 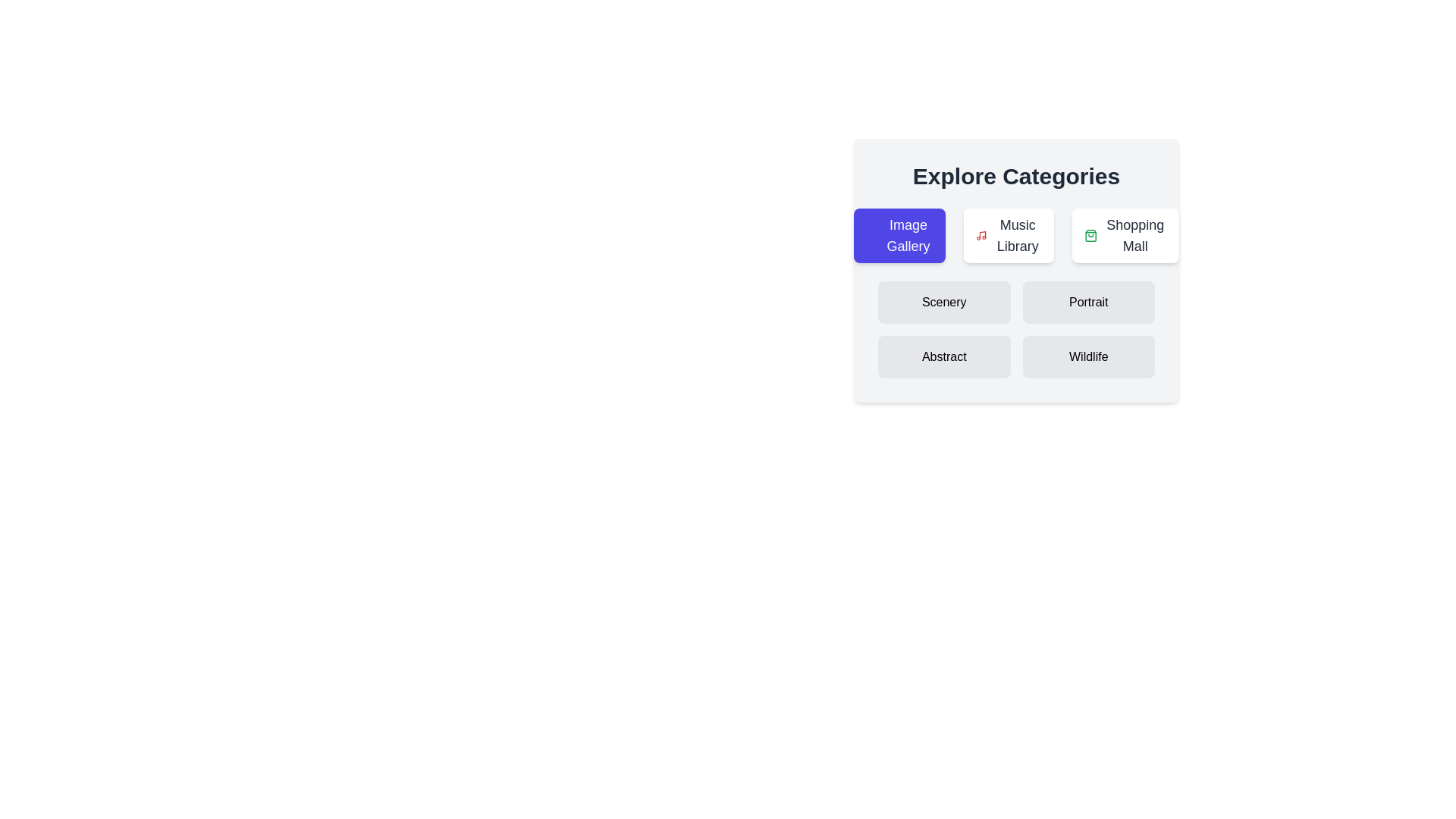 What do you see at coordinates (943, 356) in the screenshot?
I see `the selectable button in the 'Explore Categories' section, located in the lower row of a two-by-two grid layout, first column, directly below the 'Scenery' button` at bounding box center [943, 356].